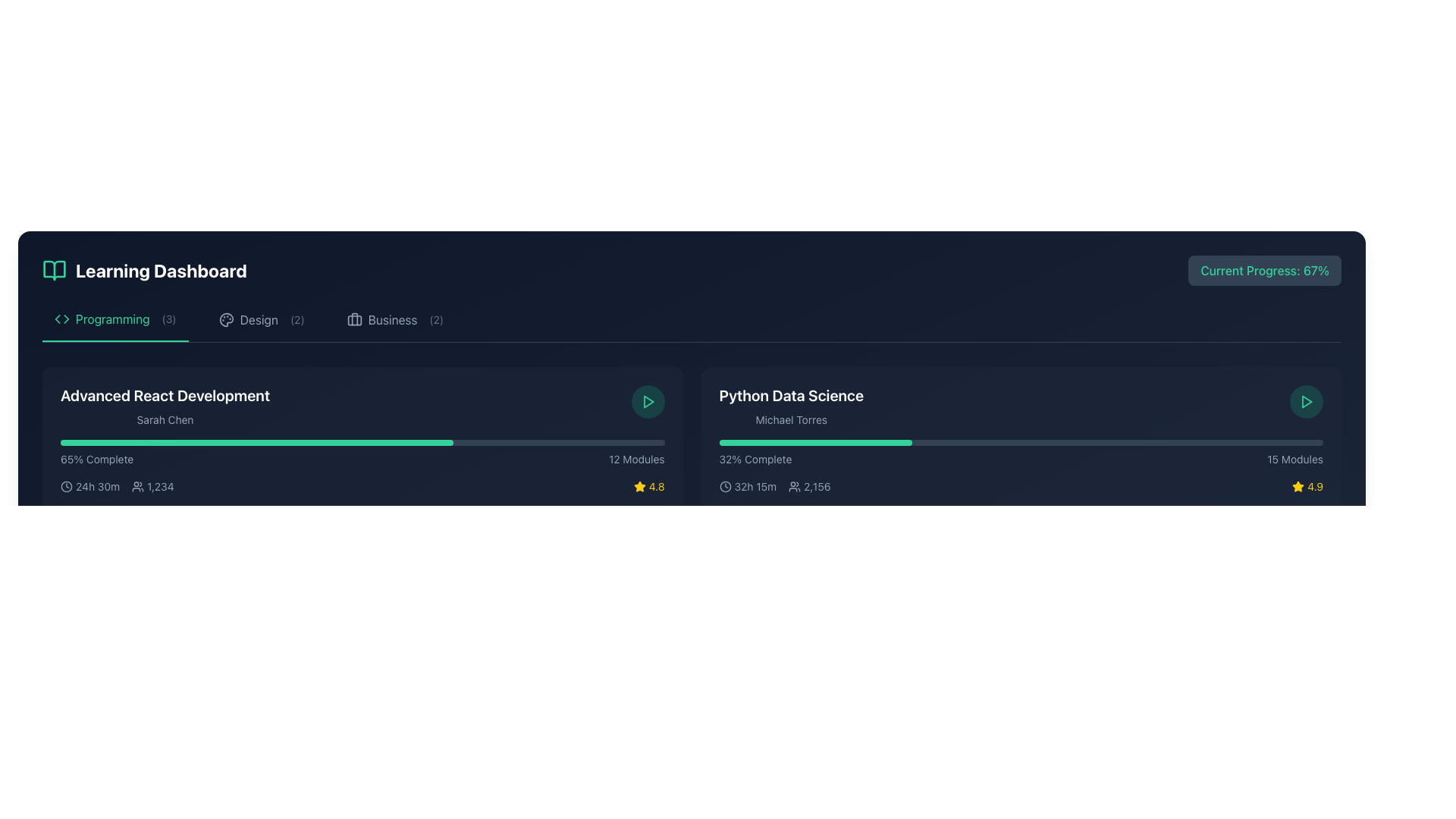  I want to click on the programming icon with triangular brackets located in the first tab labeled 'Programming (3)' in the top navigation section of the dashboard, so click(61, 318).